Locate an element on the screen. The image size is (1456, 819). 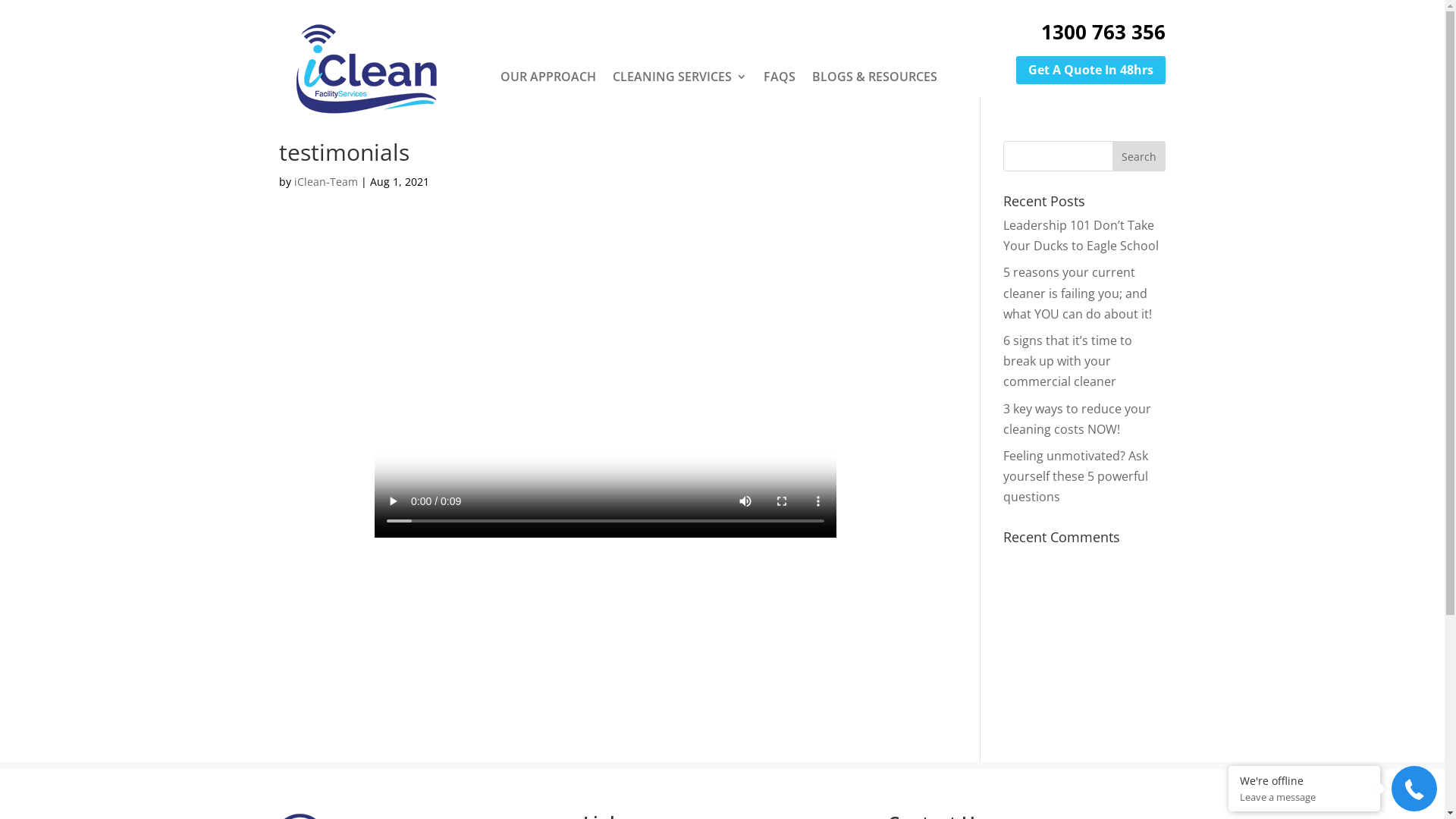
'OUR APPROACH' is located at coordinates (548, 76).